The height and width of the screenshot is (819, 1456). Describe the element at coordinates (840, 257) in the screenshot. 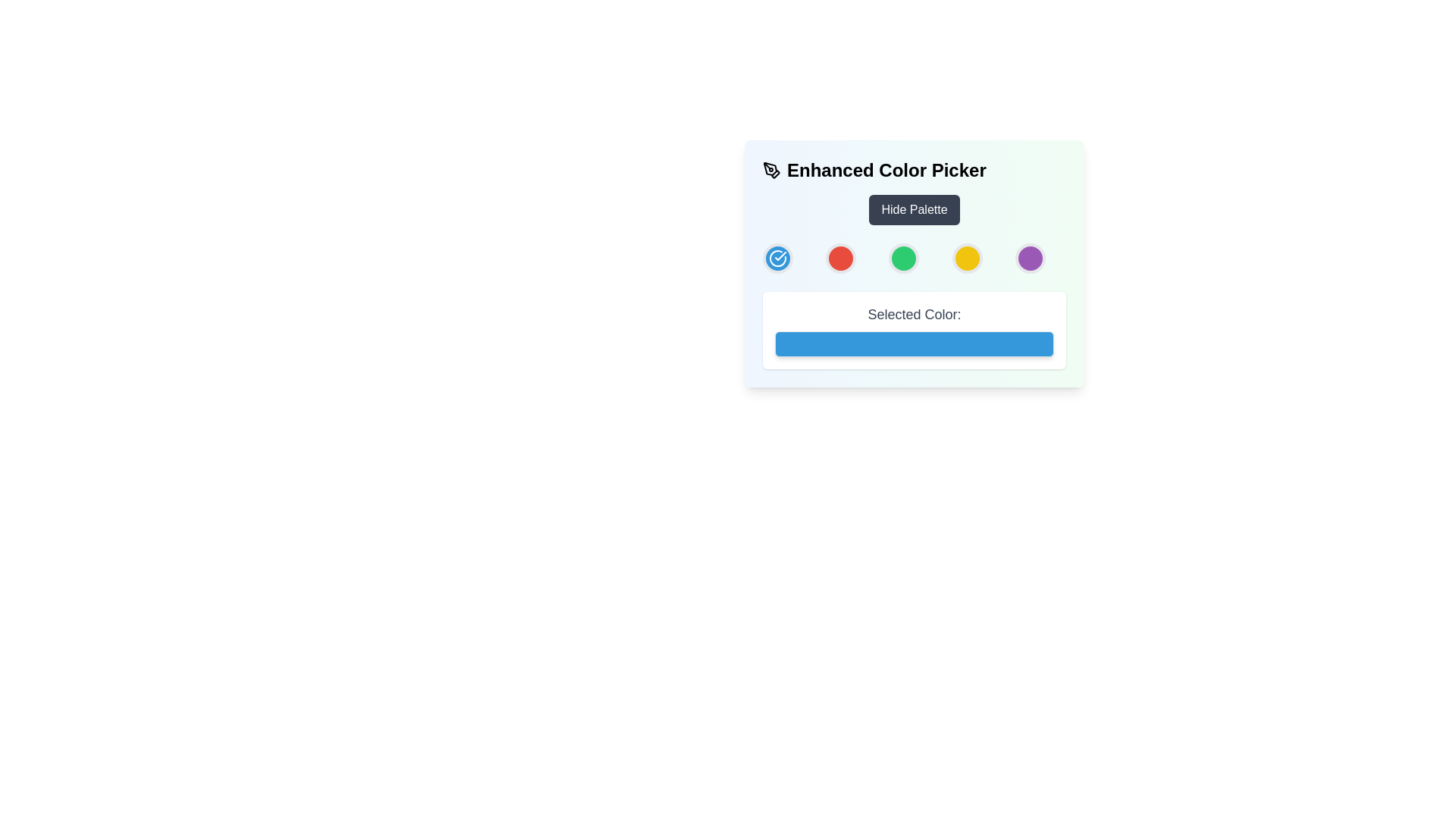

I see `the second circular button from the left in the color picker interface, which is bold red with a light gray border` at that location.